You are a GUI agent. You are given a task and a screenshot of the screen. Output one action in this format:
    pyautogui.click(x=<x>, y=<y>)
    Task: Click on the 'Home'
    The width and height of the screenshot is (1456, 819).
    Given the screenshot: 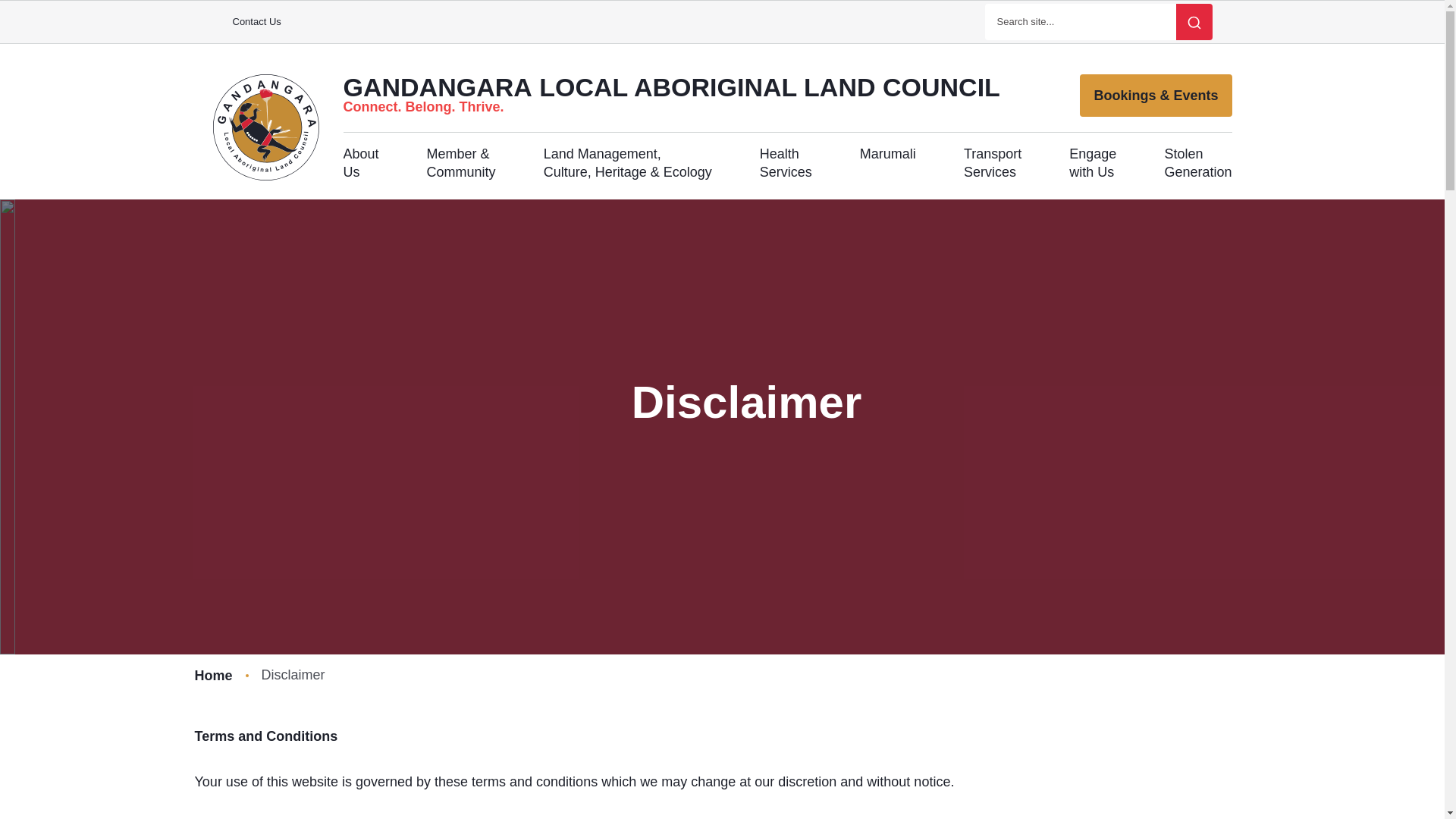 What is the action you would take?
    pyautogui.click(x=212, y=675)
    